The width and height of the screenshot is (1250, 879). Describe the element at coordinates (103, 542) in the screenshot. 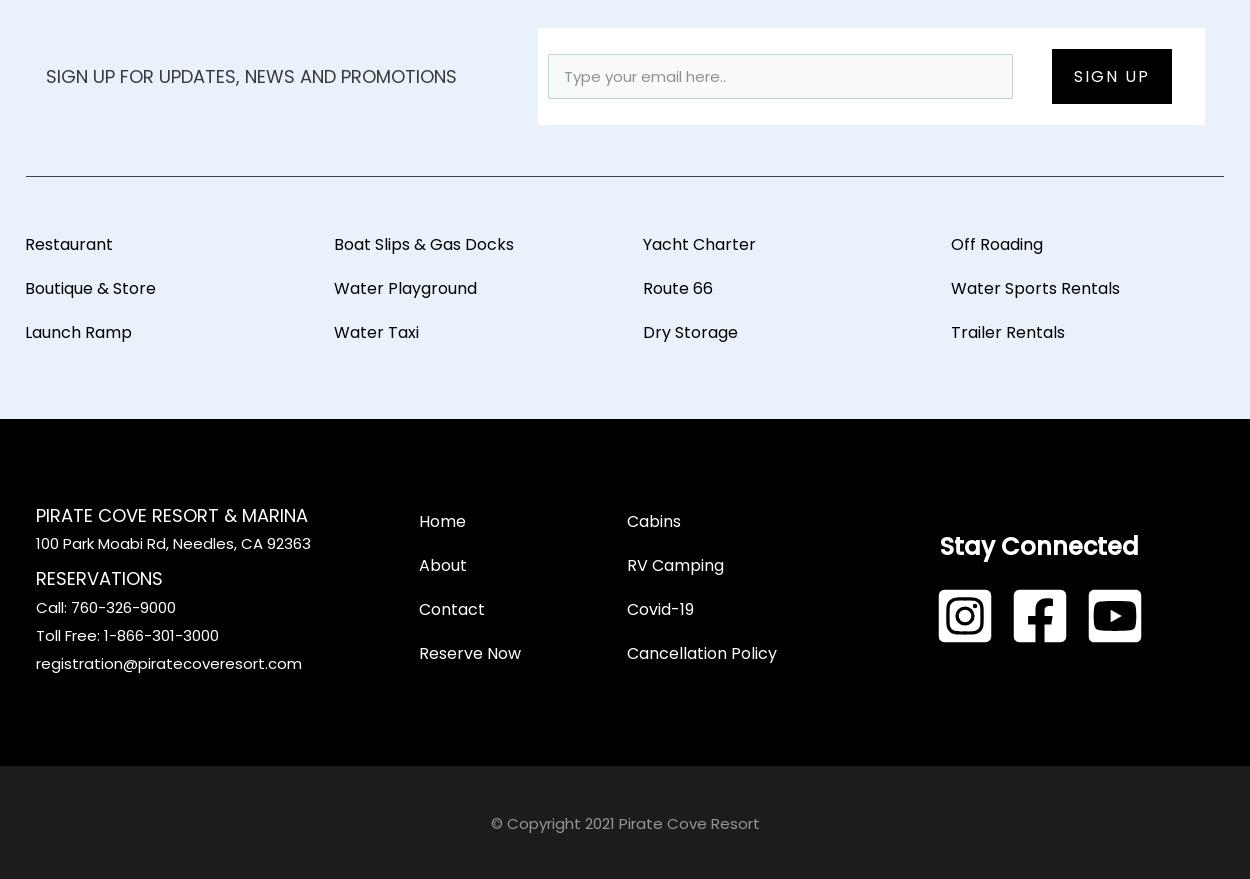

I see `'100 Park Moabi Rd,'` at that location.